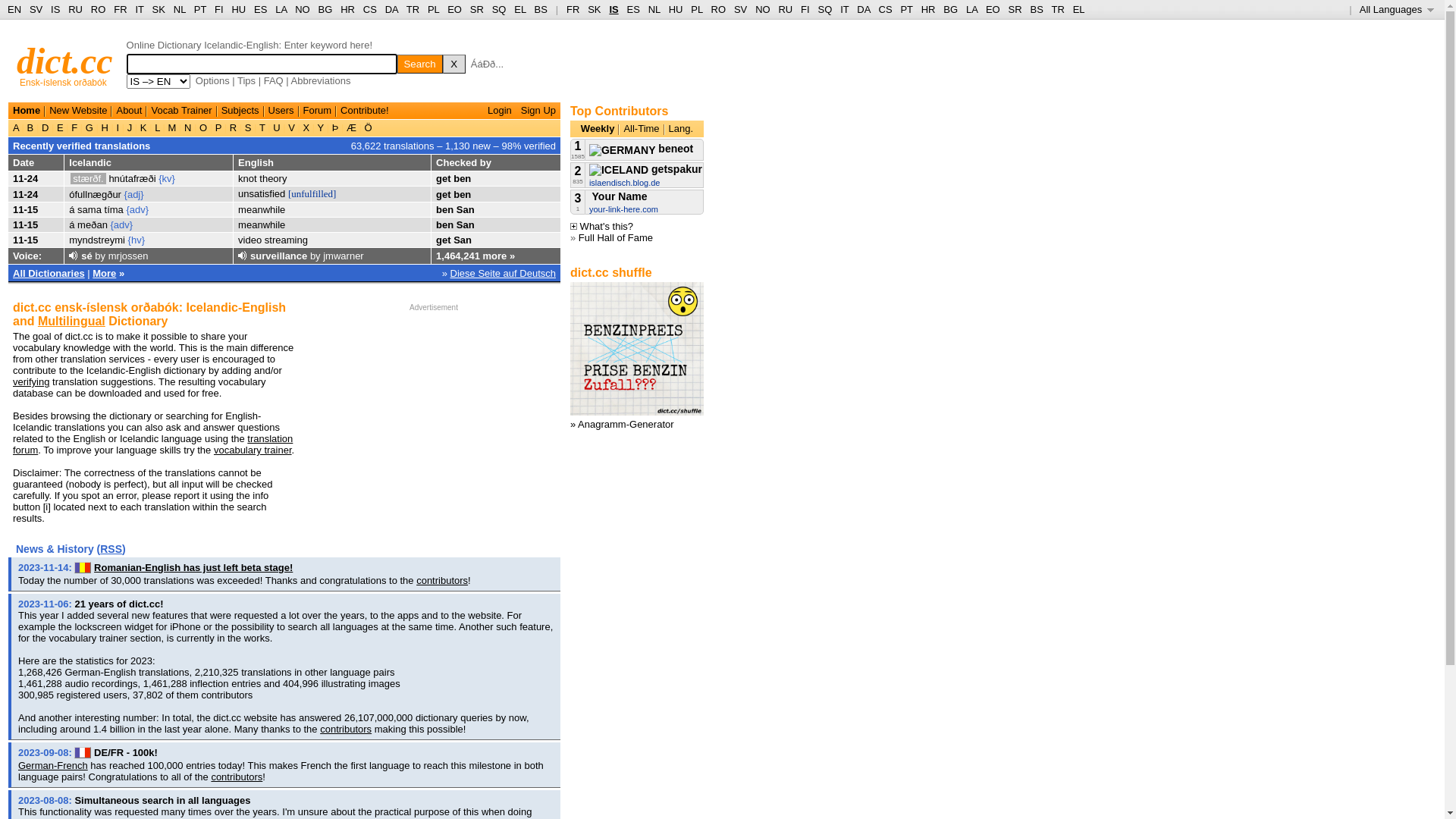 The image size is (1456, 819). Describe the element at coordinates (232, 127) in the screenshot. I see `'R'` at that location.